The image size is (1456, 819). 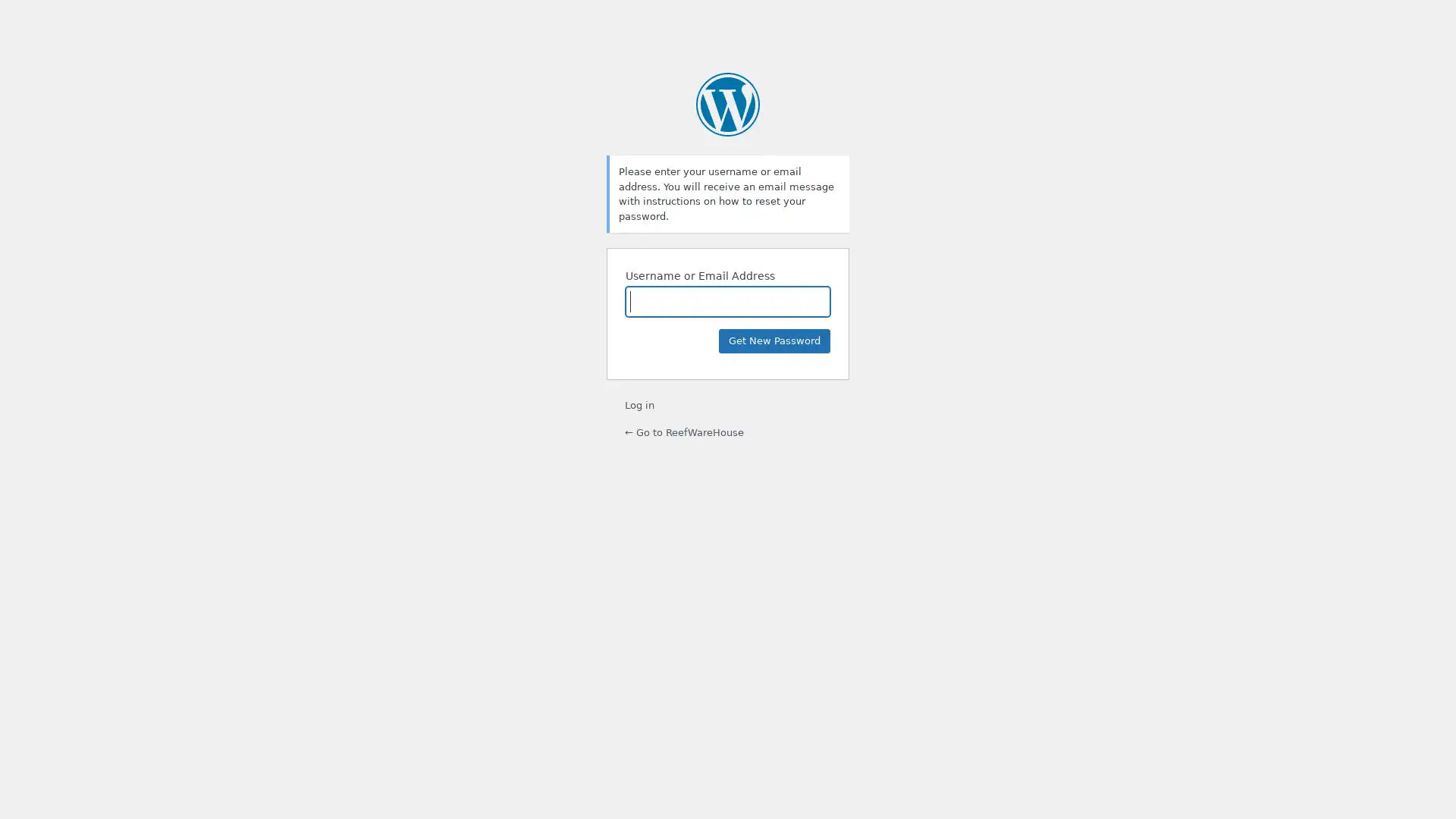 I want to click on Get New Password, so click(x=774, y=341).